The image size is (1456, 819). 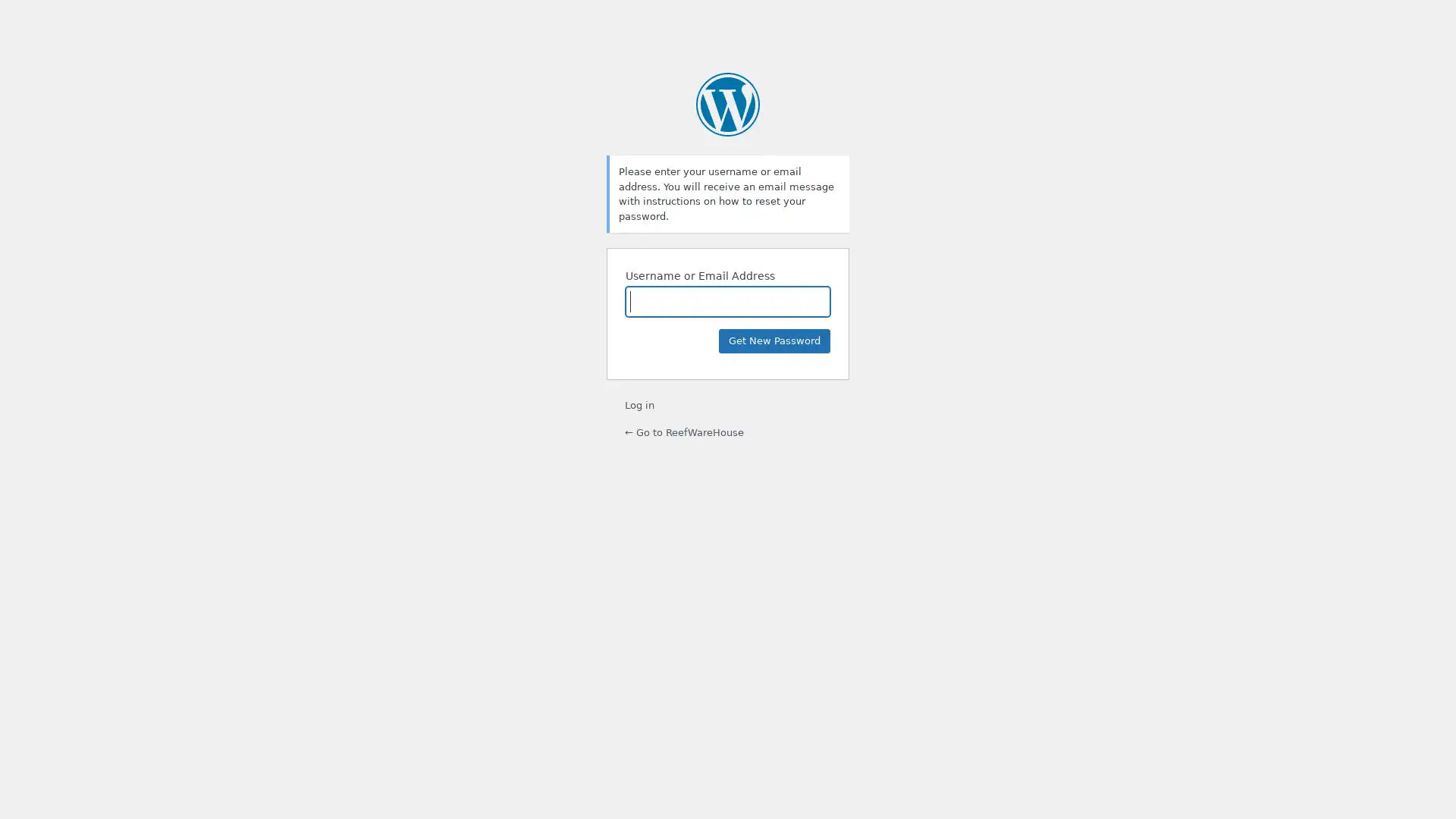 I want to click on Get New Password, so click(x=774, y=341).